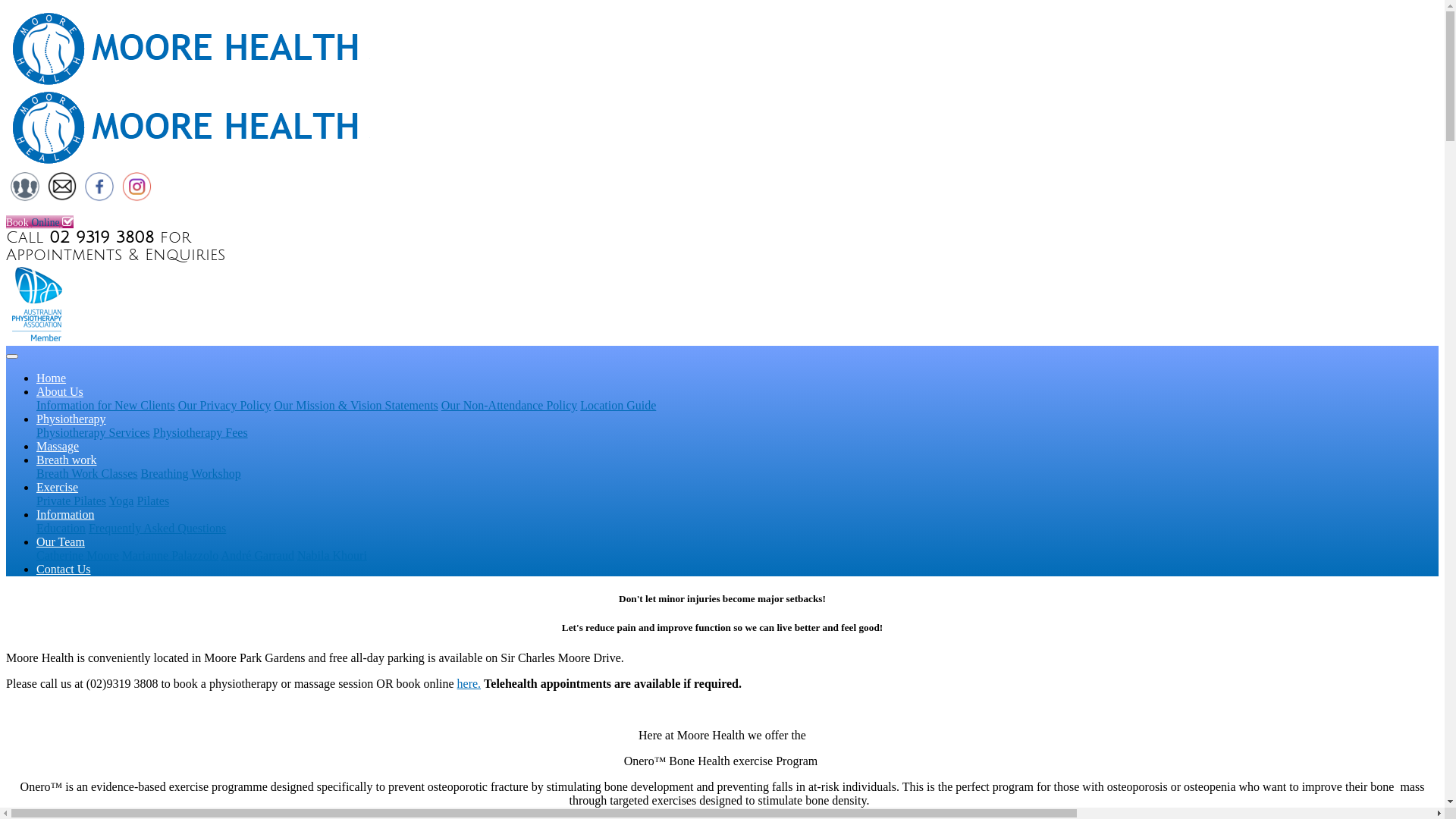 The width and height of the screenshot is (1456, 819). What do you see at coordinates (510, 404) in the screenshot?
I see `'Our Non-Attendance Policy'` at bounding box center [510, 404].